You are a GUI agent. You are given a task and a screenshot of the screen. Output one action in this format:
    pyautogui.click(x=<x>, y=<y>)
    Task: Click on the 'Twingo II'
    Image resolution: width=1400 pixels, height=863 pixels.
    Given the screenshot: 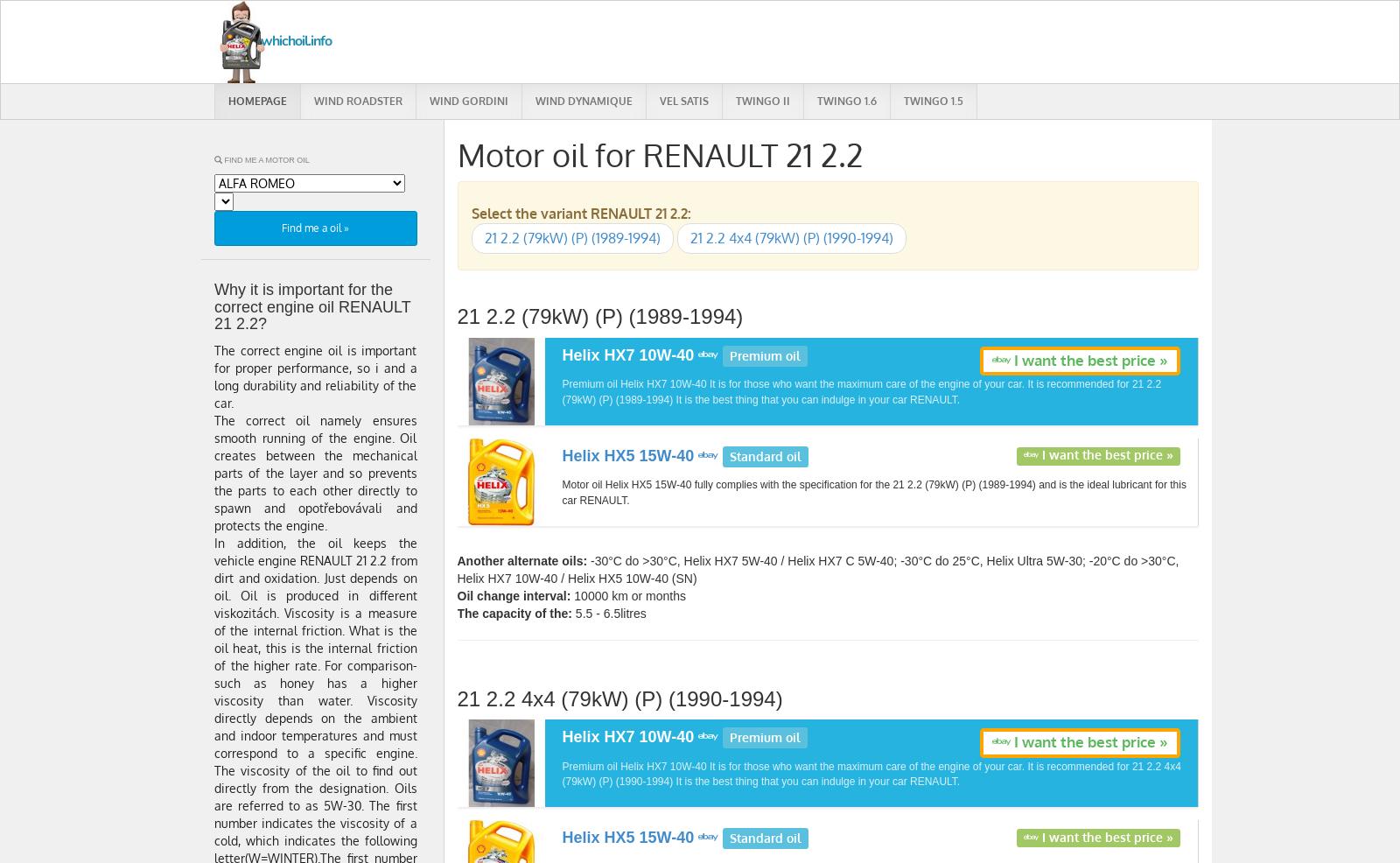 What is the action you would take?
    pyautogui.click(x=762, y=101)
    